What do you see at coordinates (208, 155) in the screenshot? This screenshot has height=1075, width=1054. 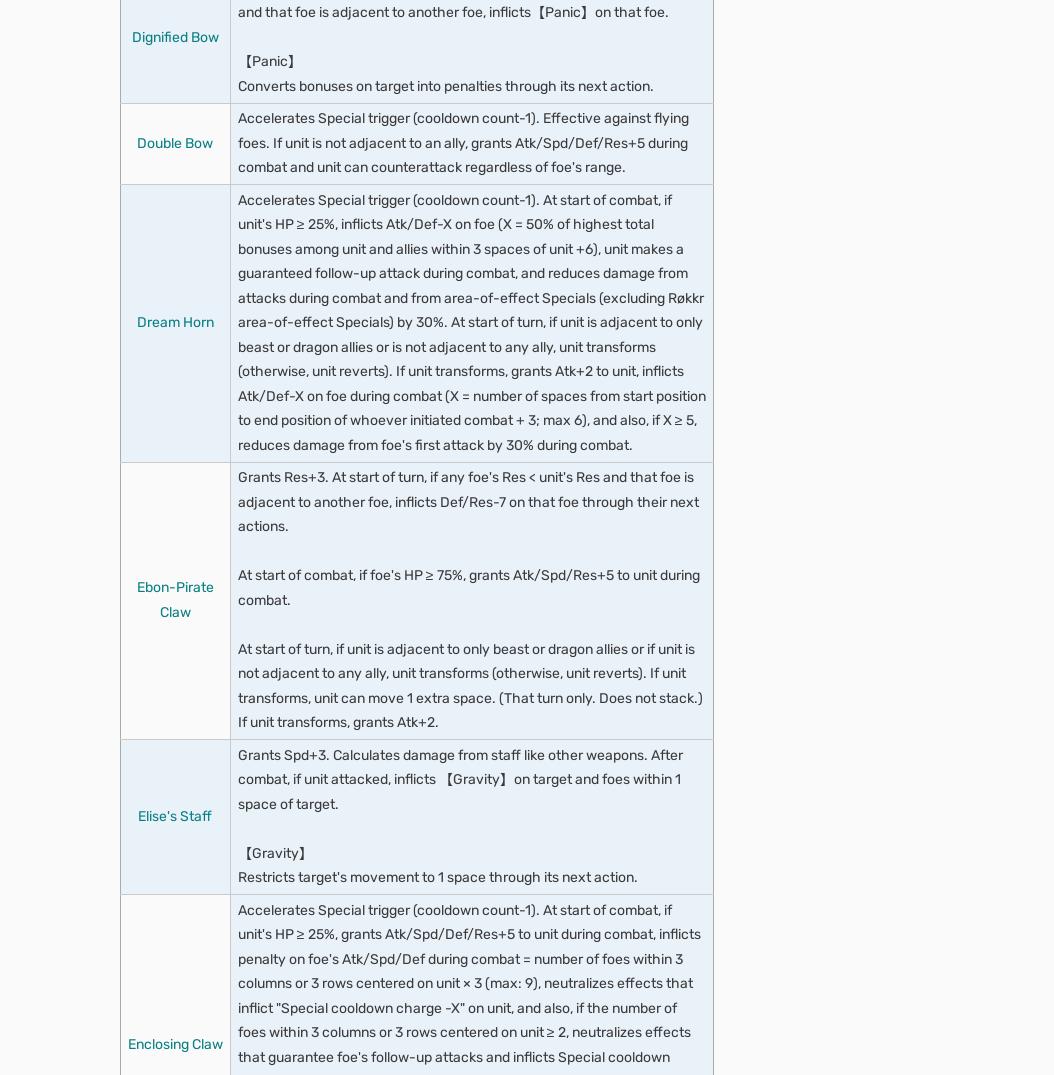 I see `'With Everyone!'` at bounding box center [208, 155].